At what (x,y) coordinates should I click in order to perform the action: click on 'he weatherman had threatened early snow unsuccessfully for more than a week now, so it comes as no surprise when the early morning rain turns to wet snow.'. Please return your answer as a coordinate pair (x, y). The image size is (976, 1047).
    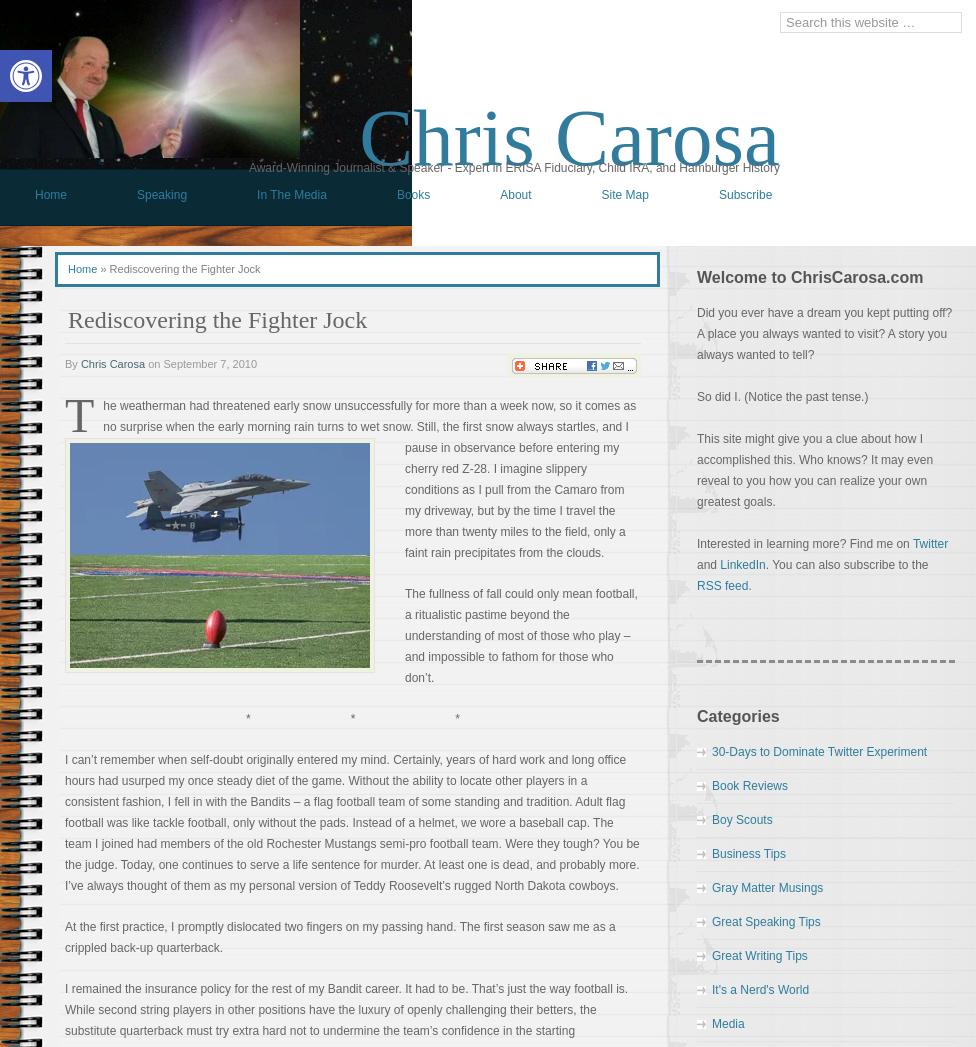
    Looking at the image, I should click on (368, 415).